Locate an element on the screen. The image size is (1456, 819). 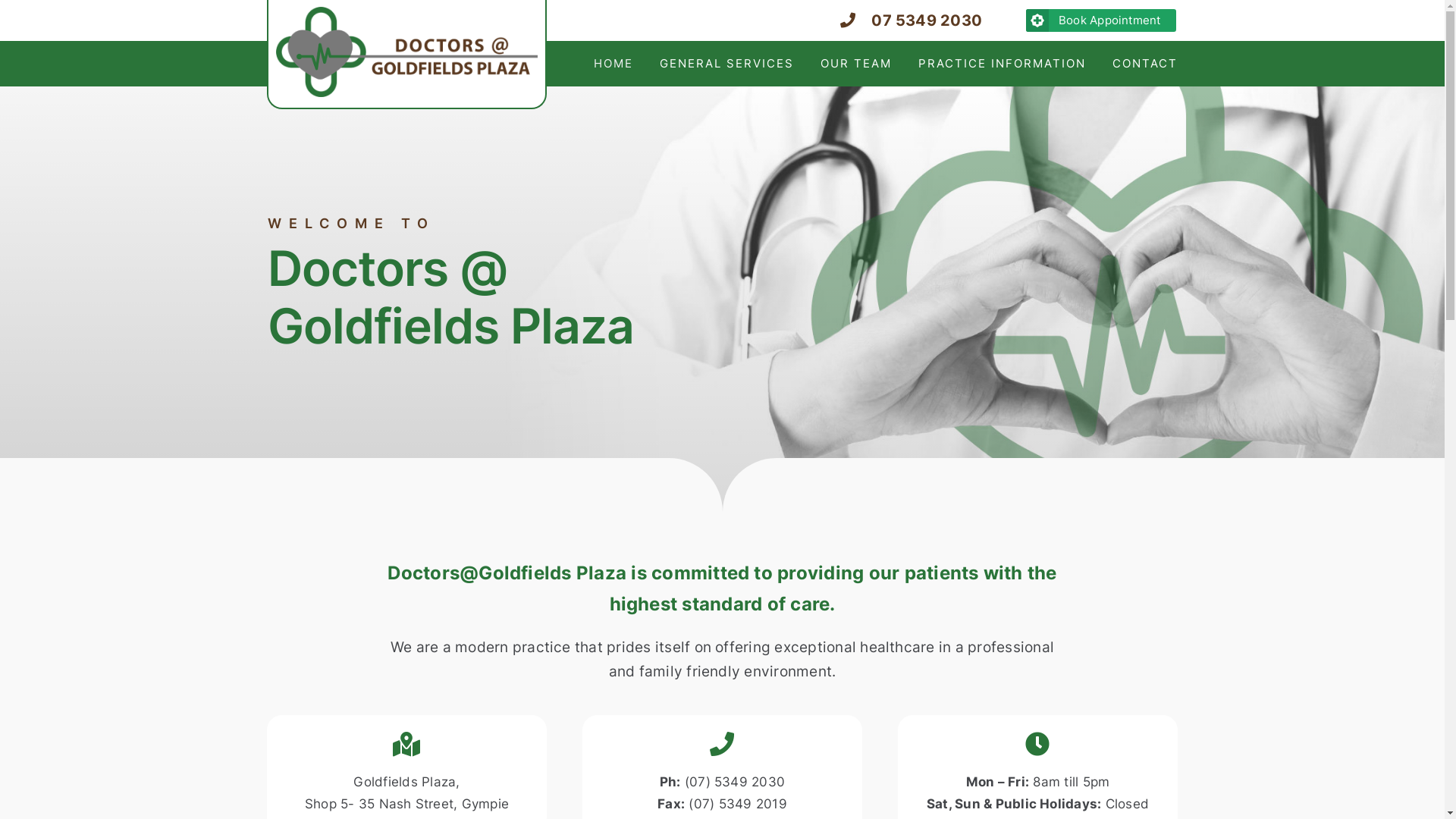
'GENERAL SERVICES' is located at coordinates (726, 63).